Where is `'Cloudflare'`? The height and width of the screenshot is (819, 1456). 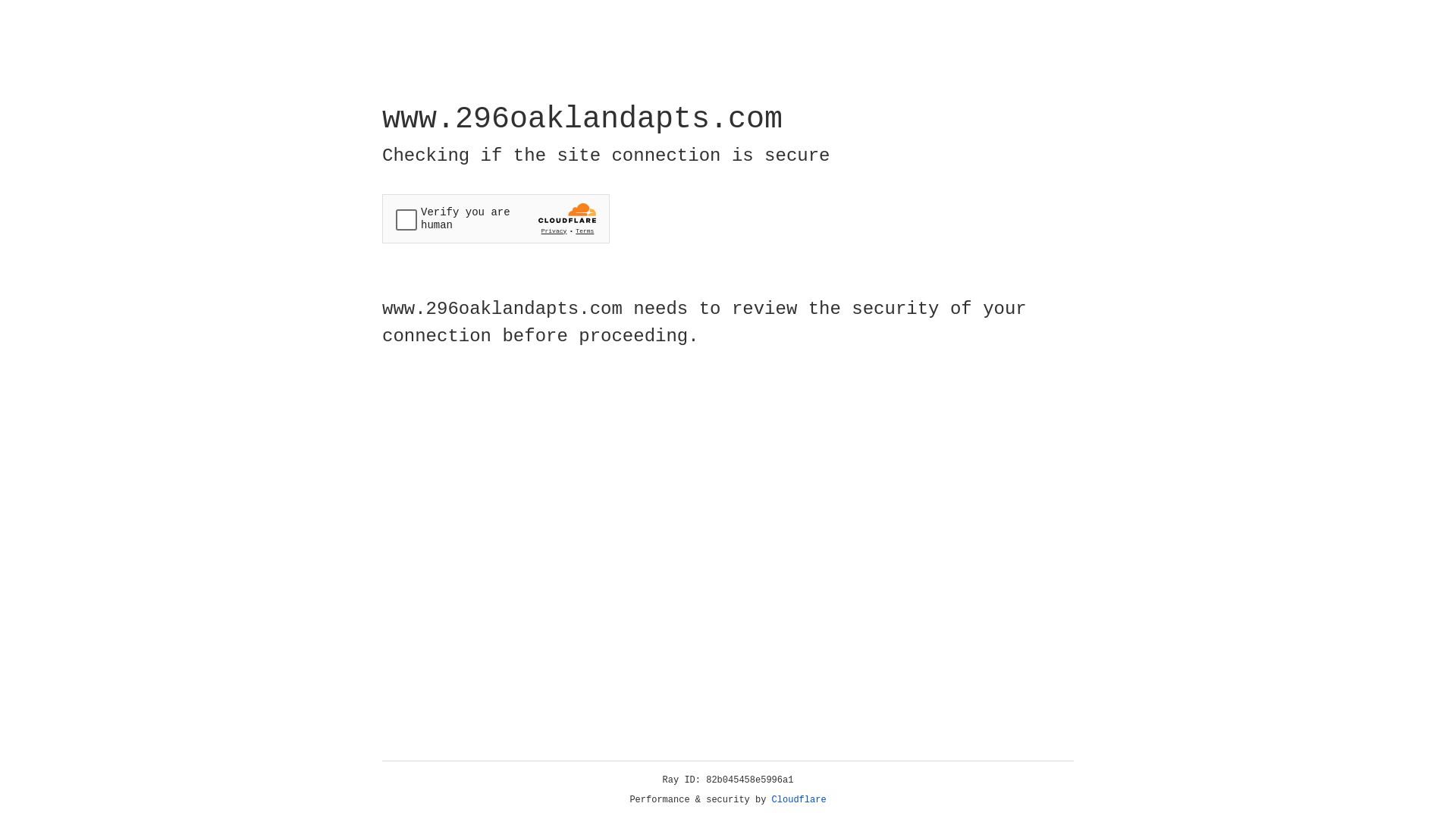
'Cloudflare' is located at coordinates (799, 799).